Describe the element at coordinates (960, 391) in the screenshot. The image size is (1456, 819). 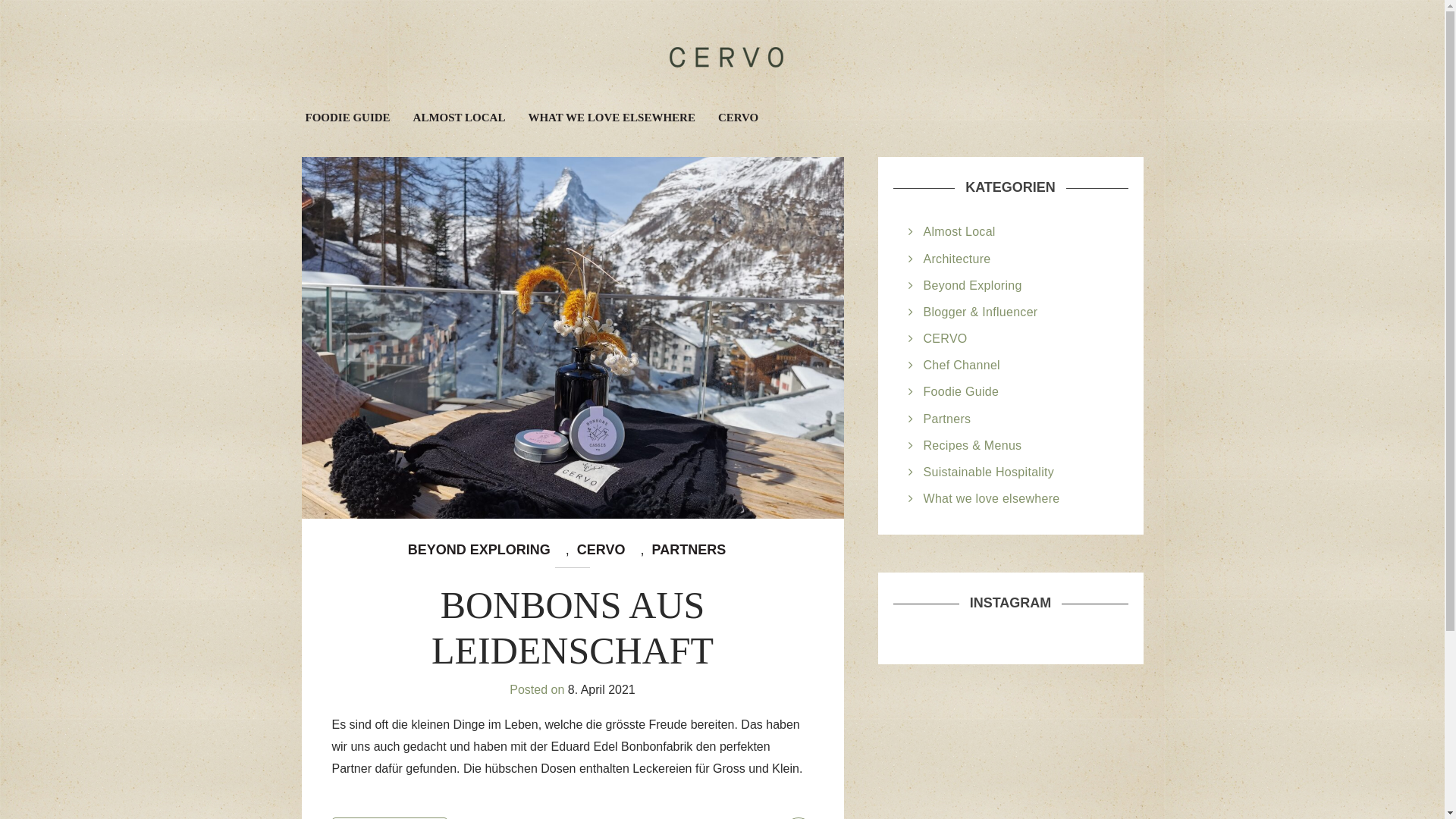
I see `'Foodie Guide'` at that location.